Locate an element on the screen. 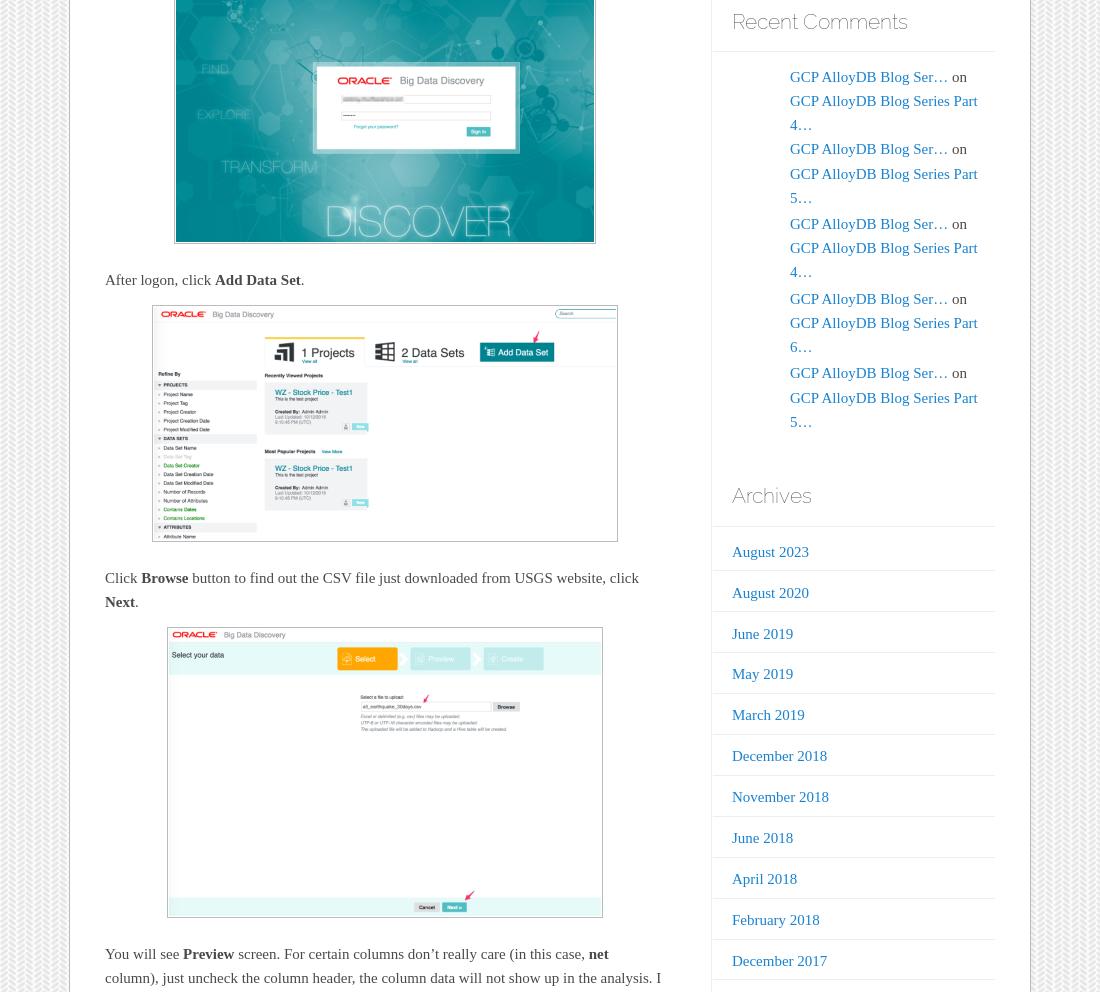  'December 2018' is located at coordinates (779, 755).